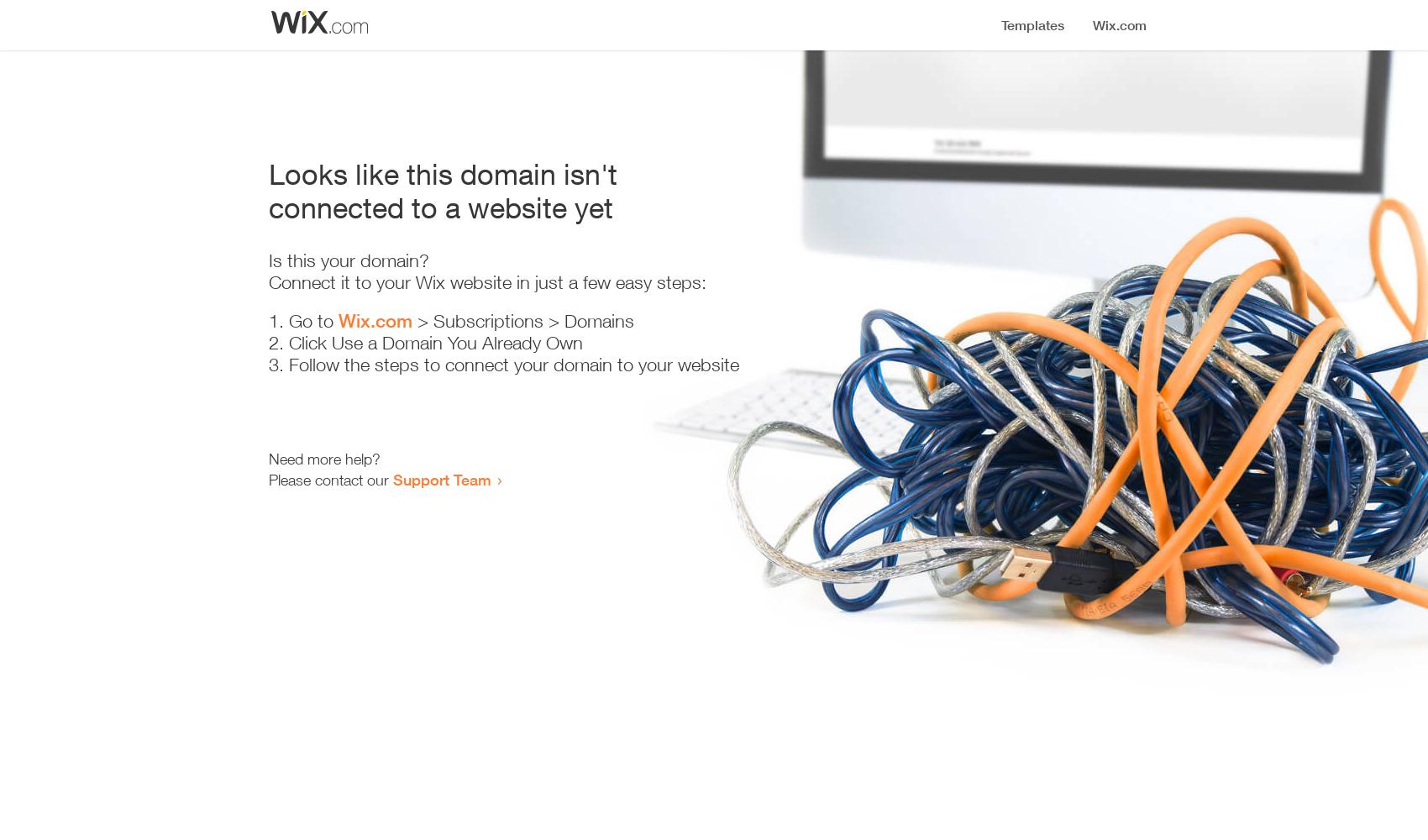  Describe the element at coordinates (268, 260) in the screenshot. I see `'Is this your domain?'` at that location.